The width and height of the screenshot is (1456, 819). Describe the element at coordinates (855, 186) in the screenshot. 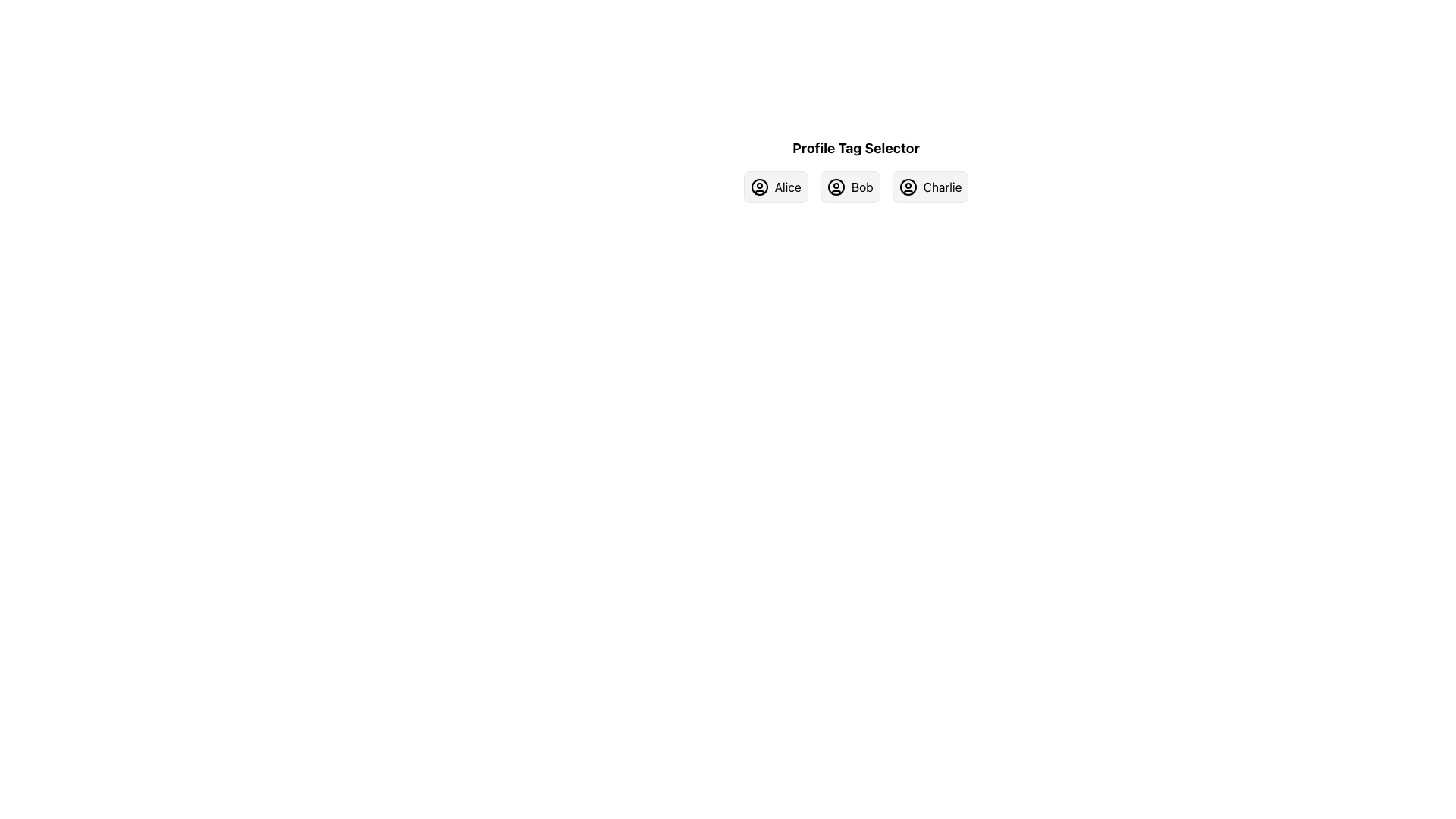

I see `the button labeled 'Bob' in the user profile selector button group, which is the second button in a group of three, positioned beneath the 'Profile Tag Selector' label` at that location.